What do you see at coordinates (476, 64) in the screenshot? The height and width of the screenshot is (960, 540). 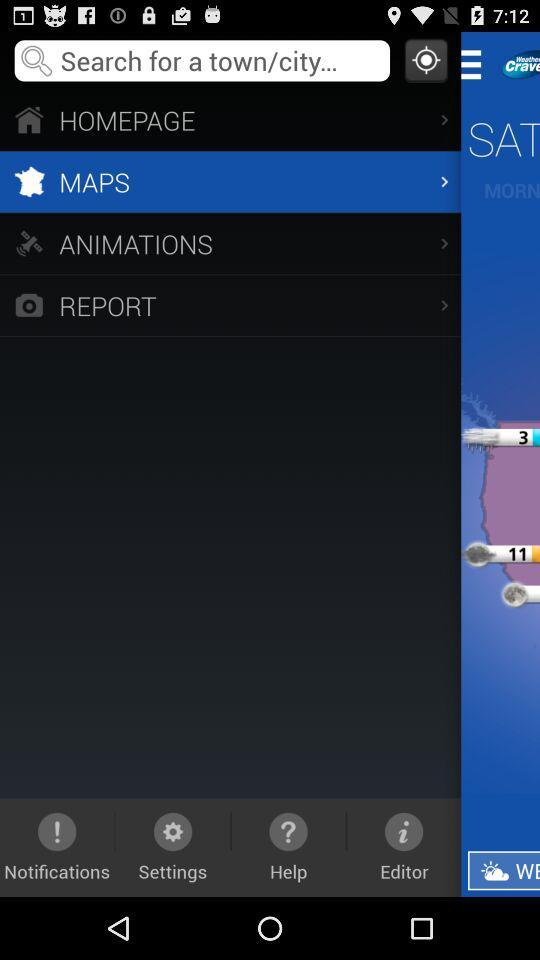 I see `item next to the homepage item` at bounding box center [476, 64].